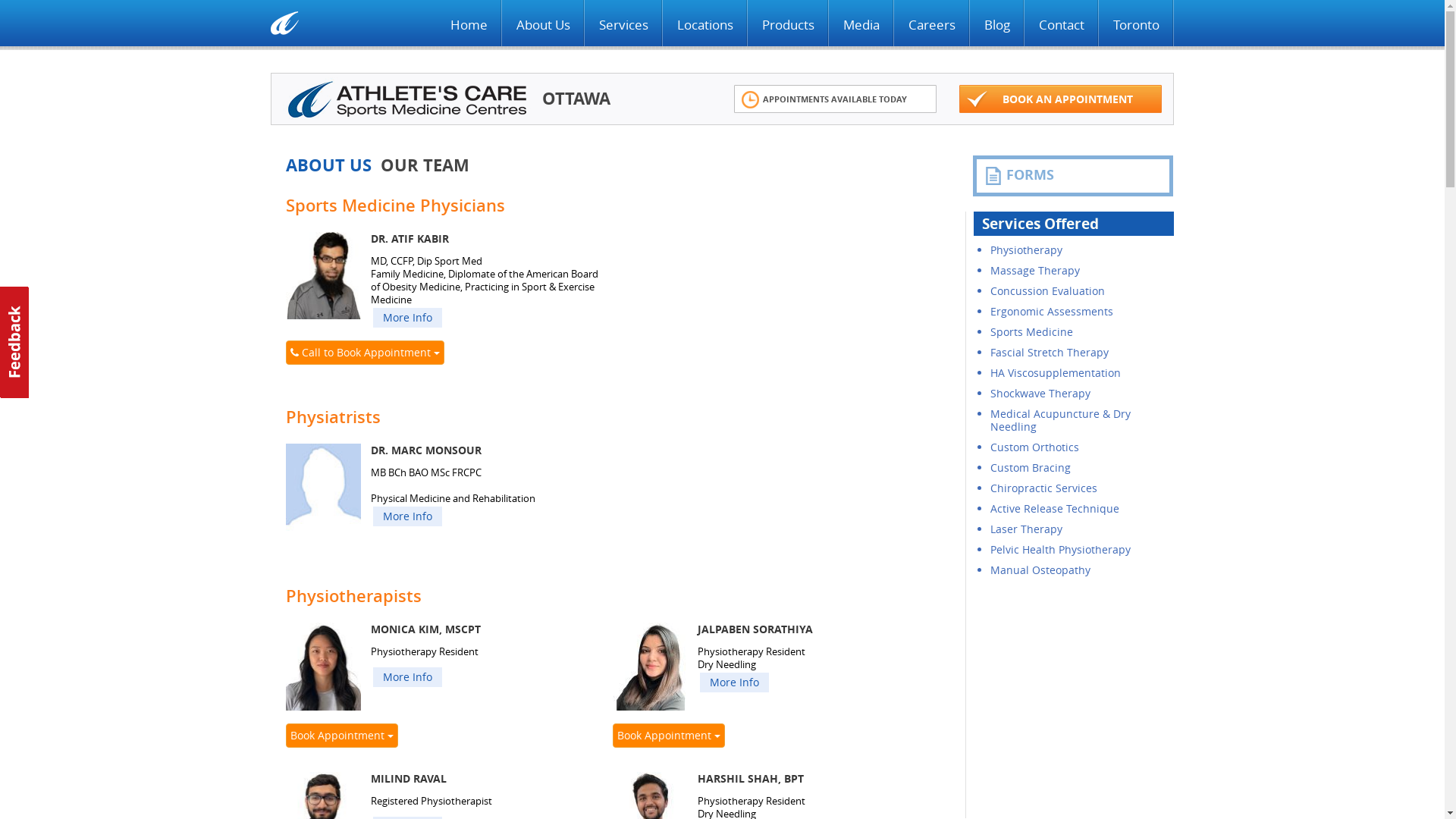 This screenshot has height=819, width=1456. I want to click on 'About Us', so click(502, 25).